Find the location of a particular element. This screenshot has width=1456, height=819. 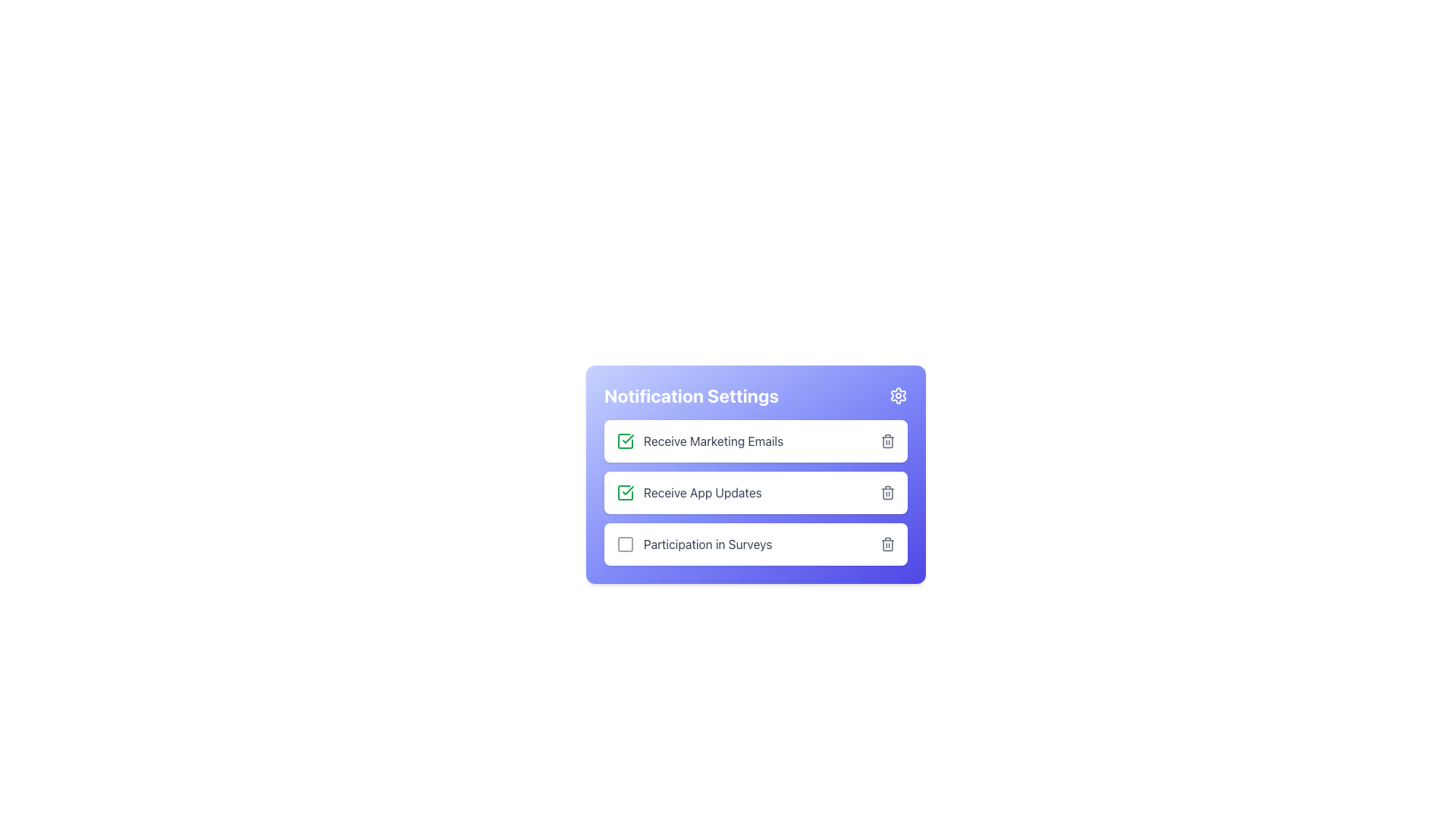

the green-outlined square icon with a checkmark inside, located to the left of 'Receive Marketing Emails' in the notification settings section is located at coordinates (626, 441).